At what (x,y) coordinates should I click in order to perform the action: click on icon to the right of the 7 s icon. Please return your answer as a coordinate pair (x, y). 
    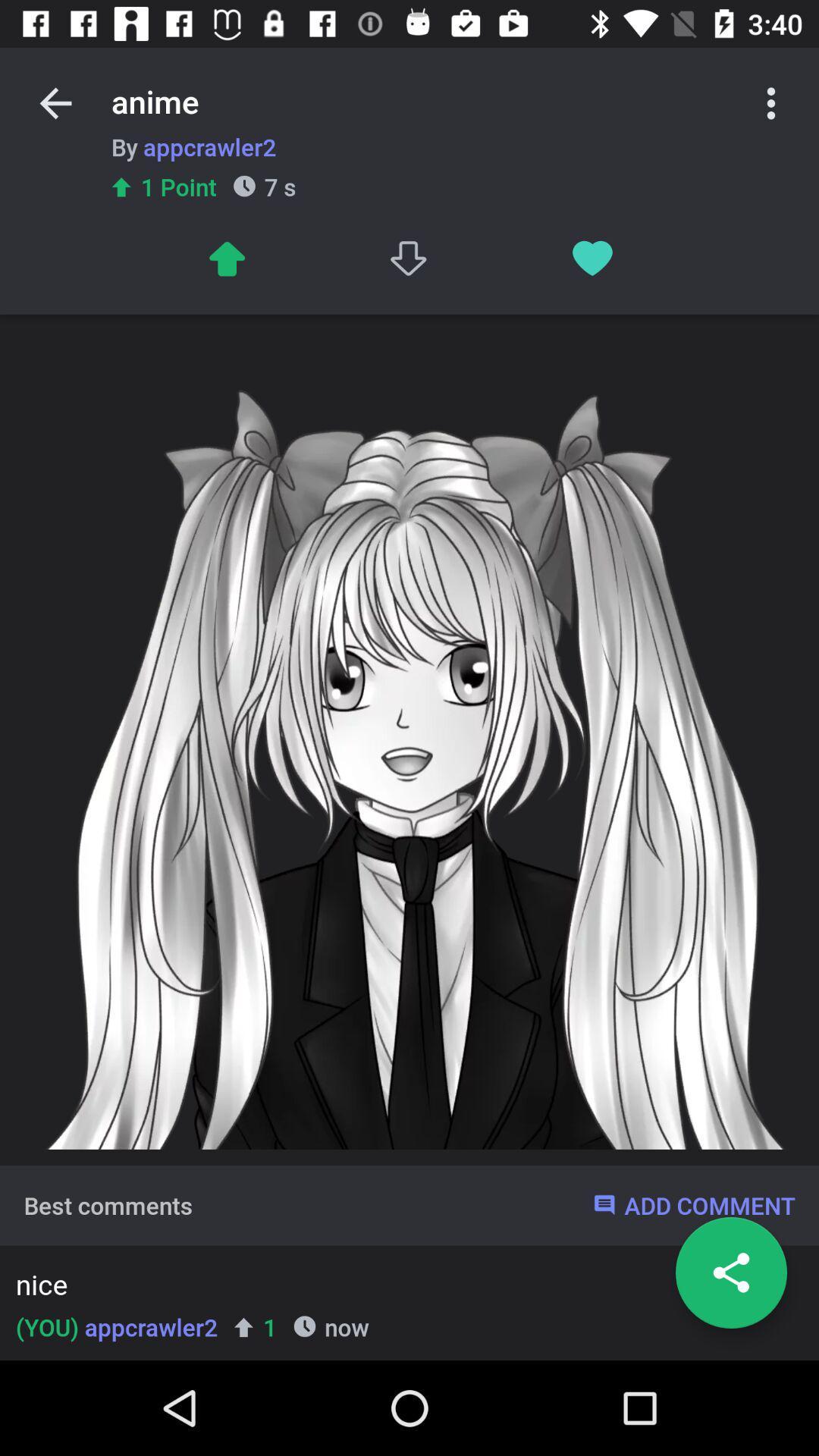
    Looking at the image, I should click on (409, 259).